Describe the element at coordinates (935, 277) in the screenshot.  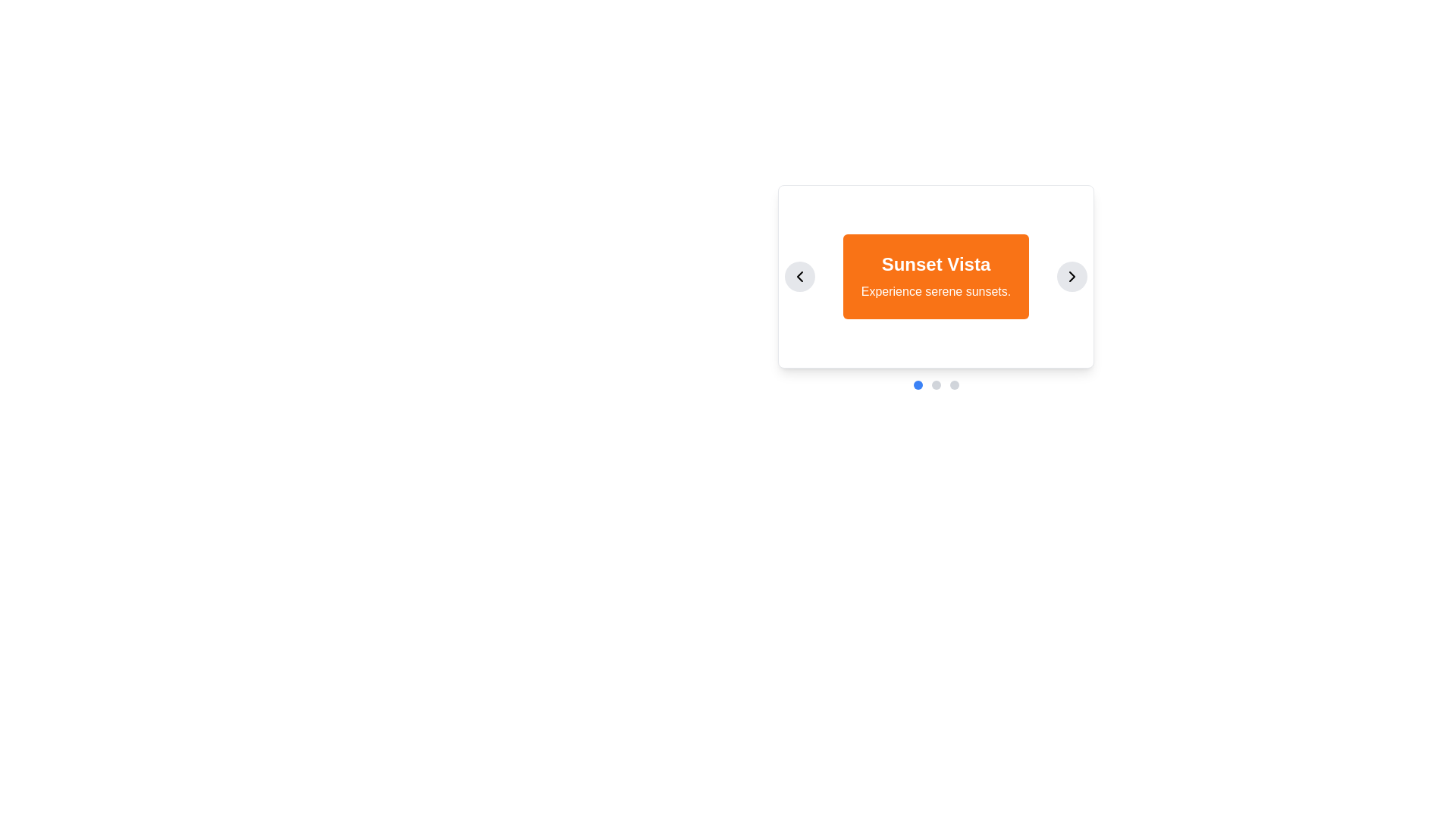
I see `the Informational card displaying information about 'Sunset Vista' within the carousel` at that location.